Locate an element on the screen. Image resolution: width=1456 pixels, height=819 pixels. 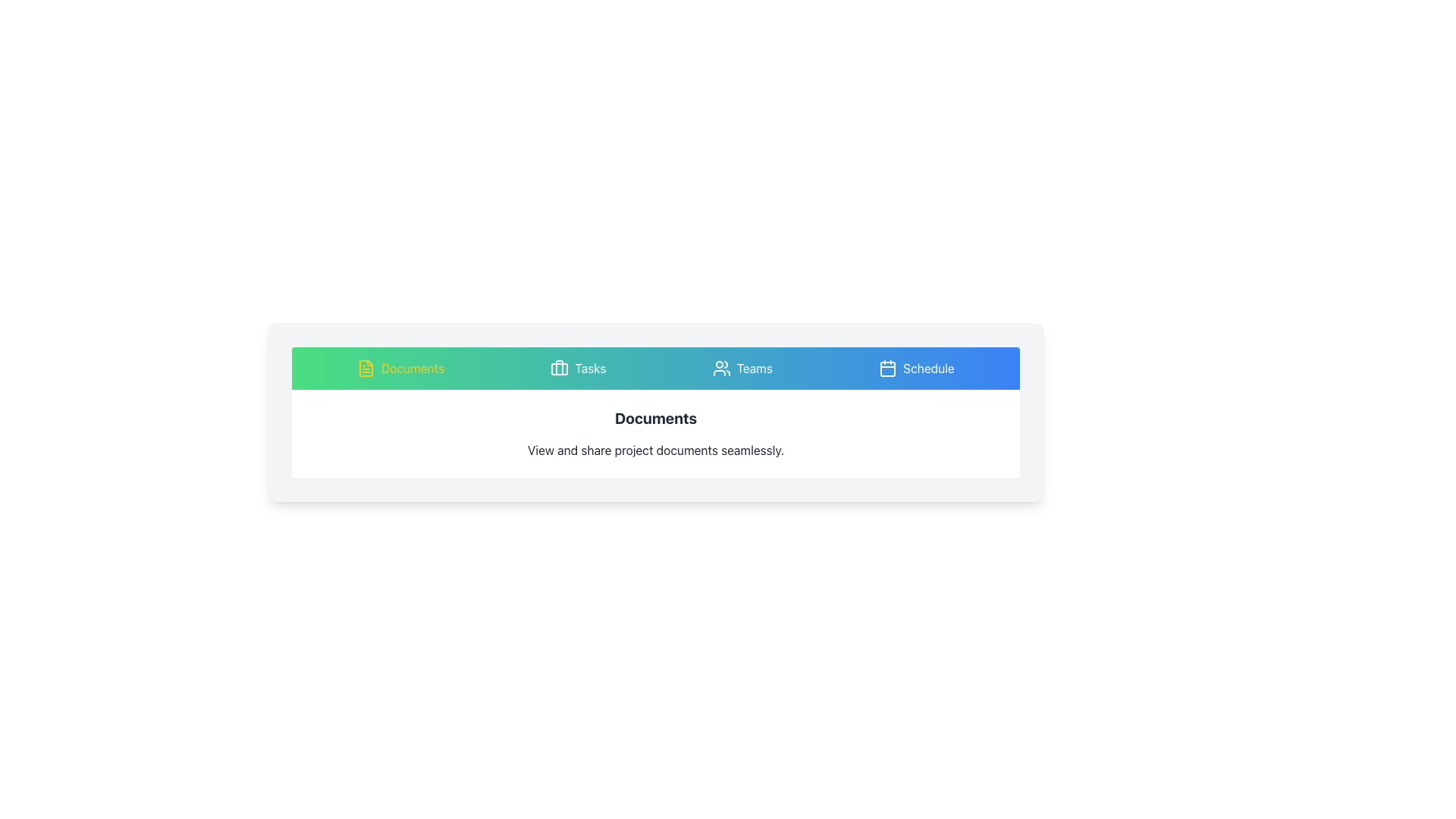
the 'Teams' icon, which is a 24x24 white icon of two stylized human figures on a blue background located in the top horizontal navigation bar is located at coordinates (720, 369).